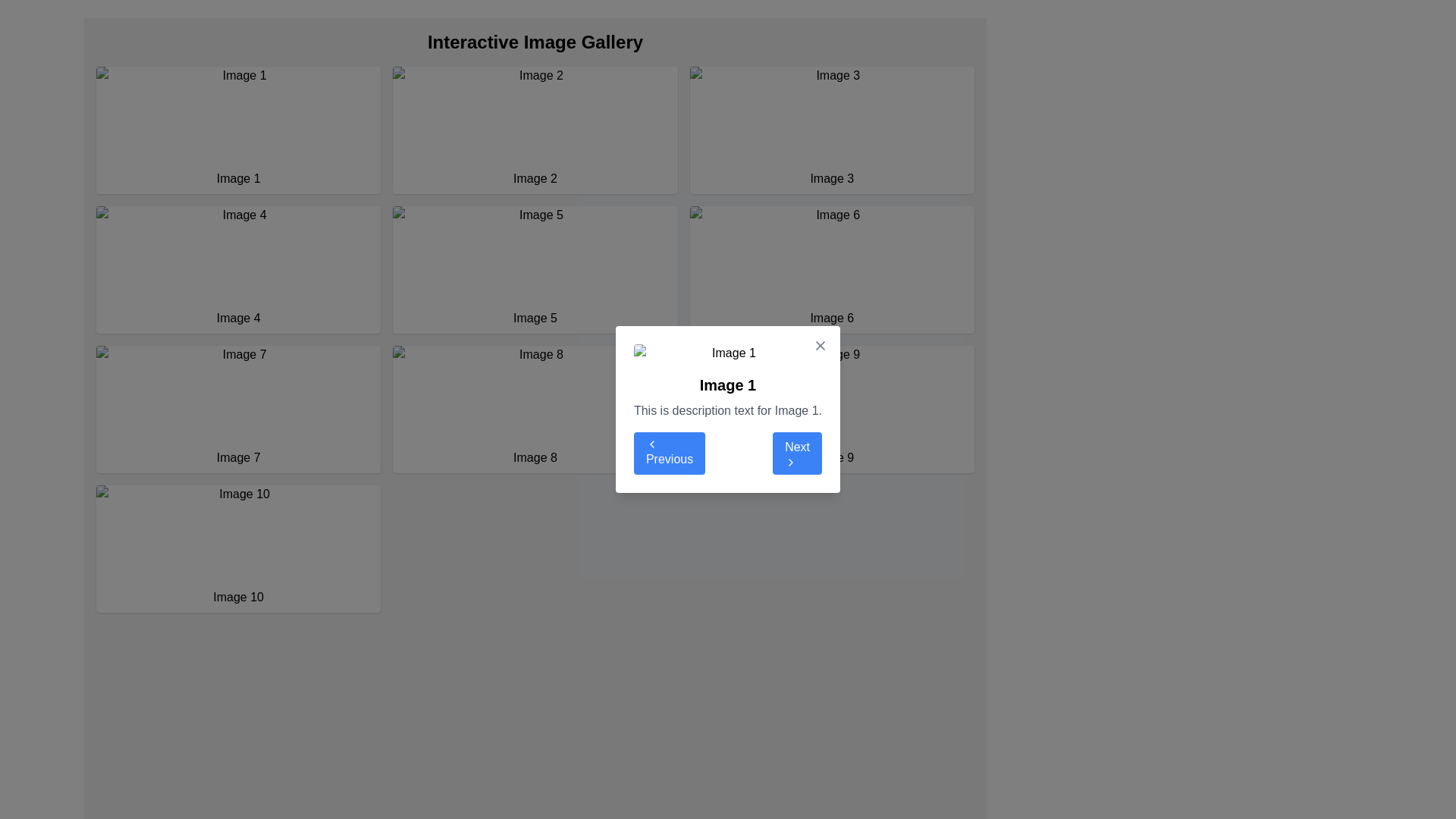 Image resolution: width=1456 pixels, height=819 pixels. What do you see at coordinates (535, 114) in the screenshot?
I see `the visual representation of 'Image 2'` at bounding box center [535, 114].